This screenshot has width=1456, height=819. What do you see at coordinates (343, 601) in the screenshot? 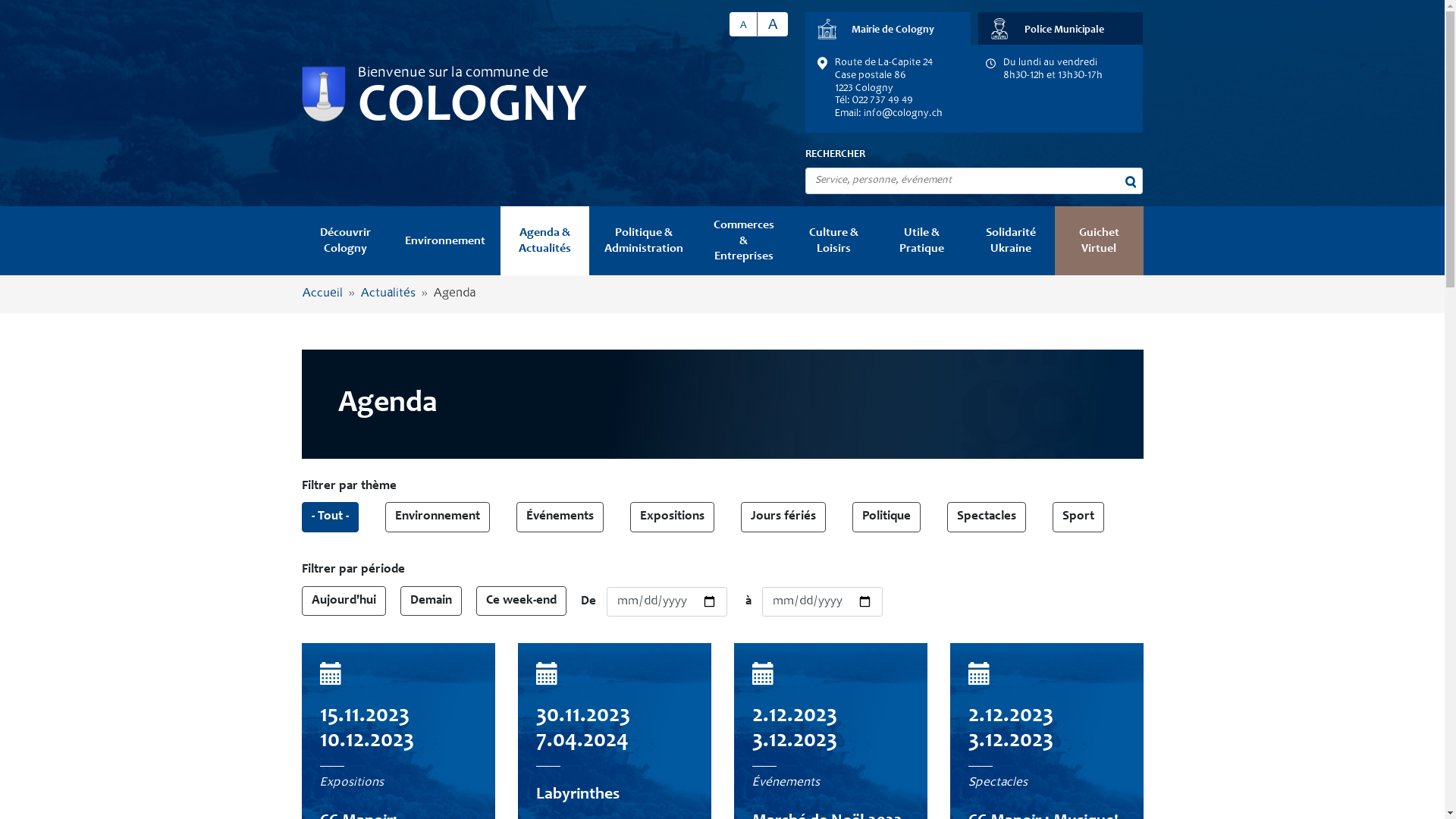
I see `'Aujourd'hui'` at bounding box center [343, 601].